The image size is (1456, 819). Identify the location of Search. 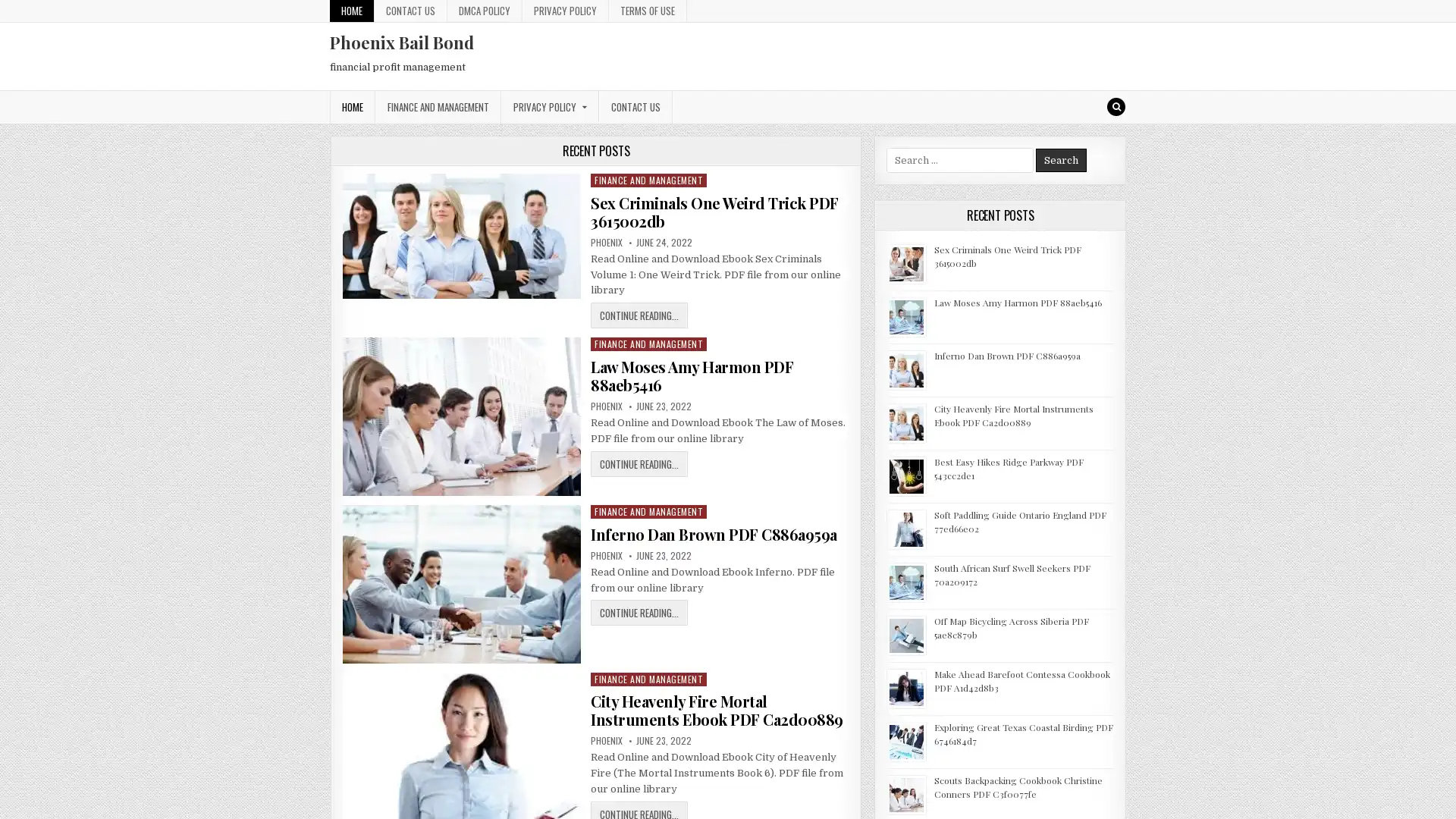
(1060, 160).